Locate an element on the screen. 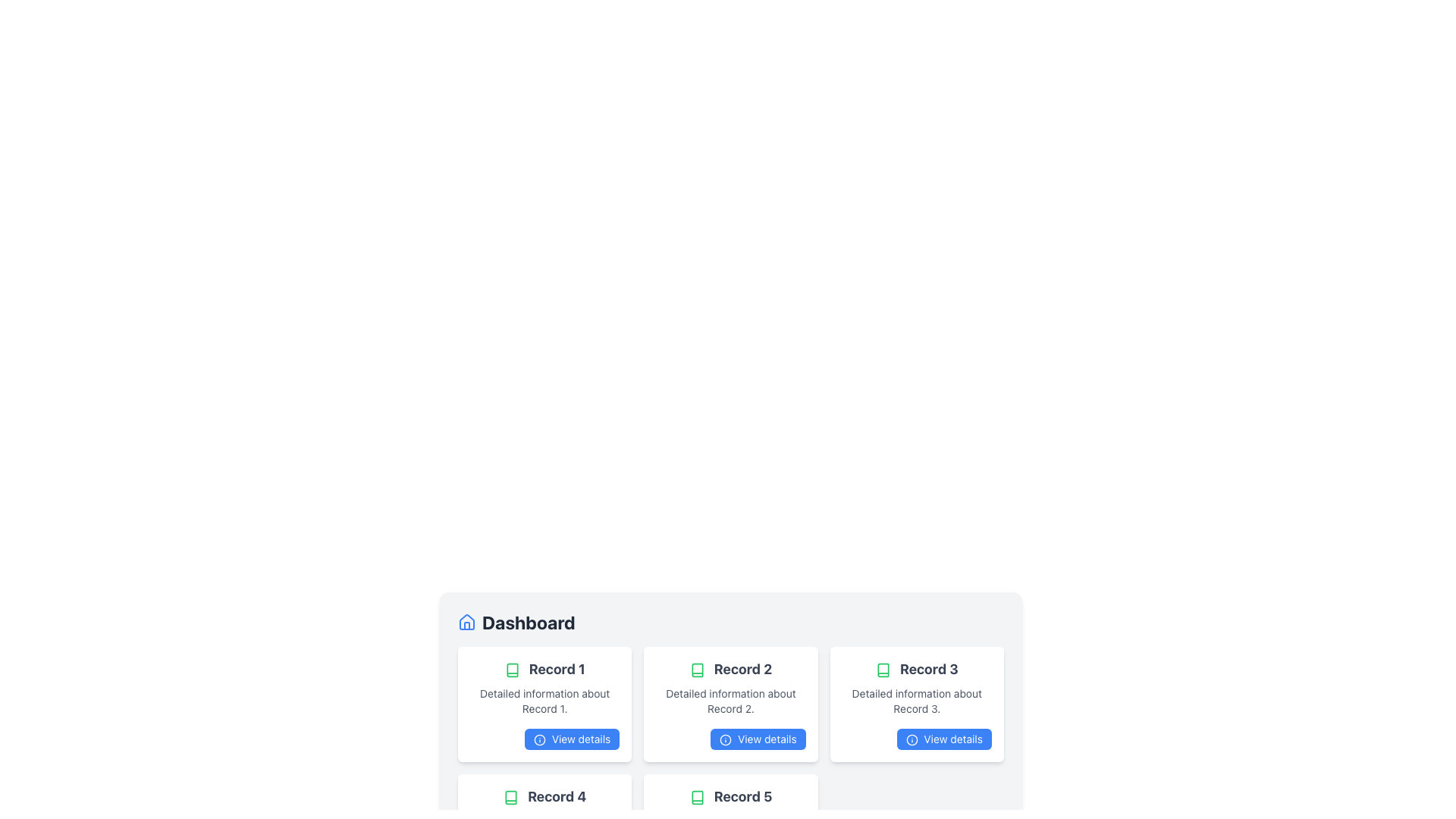  the text label containing the phrase 'Detailed information about Record 3.' which is positioned below the title 'Record 3' and above the 'View details' button is located at coordinates (916, 701).